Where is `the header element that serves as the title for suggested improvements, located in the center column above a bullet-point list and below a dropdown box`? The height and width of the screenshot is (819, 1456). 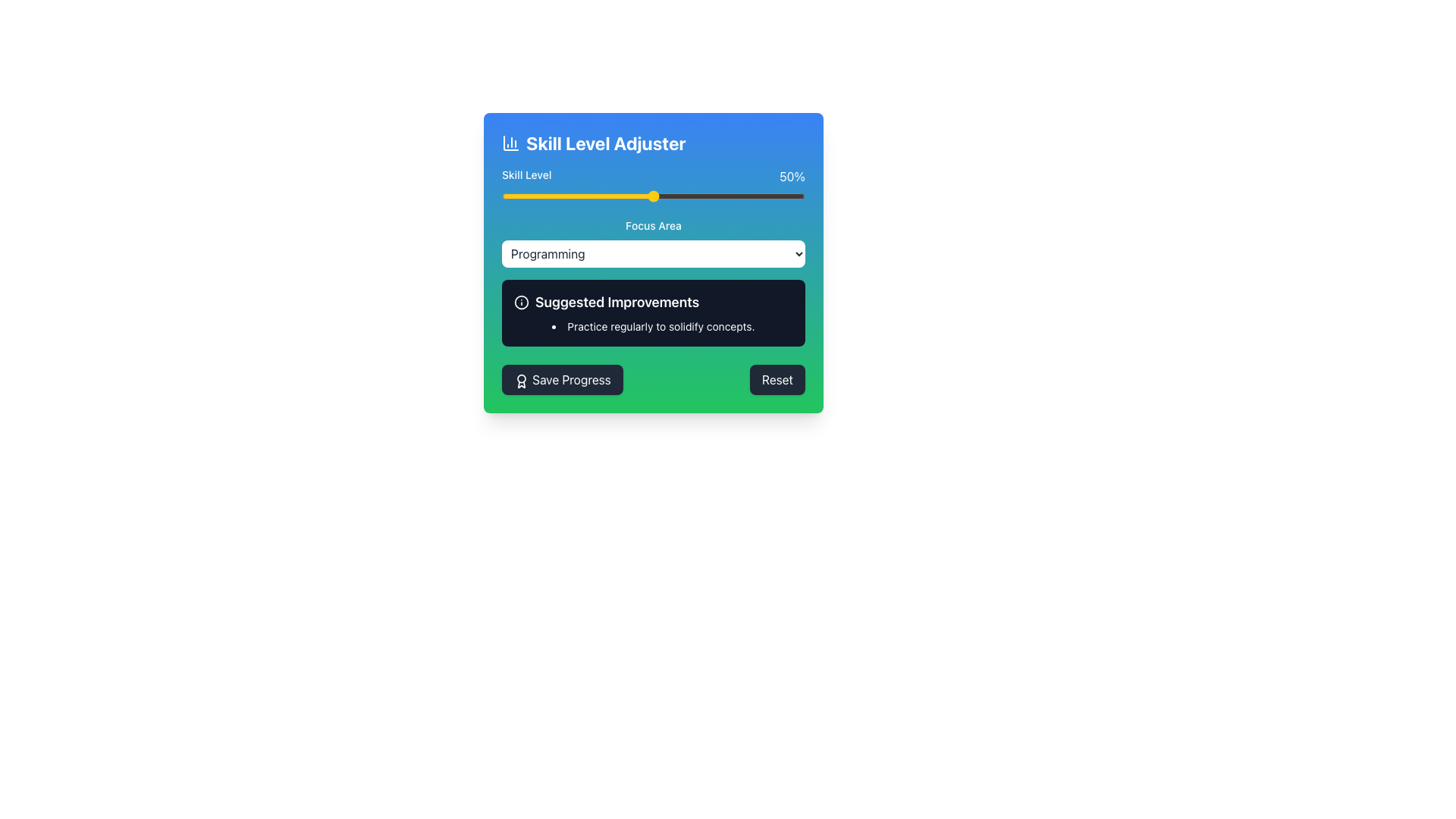
the header element that serves as the title for suggested improvements, located in the center column above a bullet-point list and below a dropdown box is located at coordinates (654, 302).